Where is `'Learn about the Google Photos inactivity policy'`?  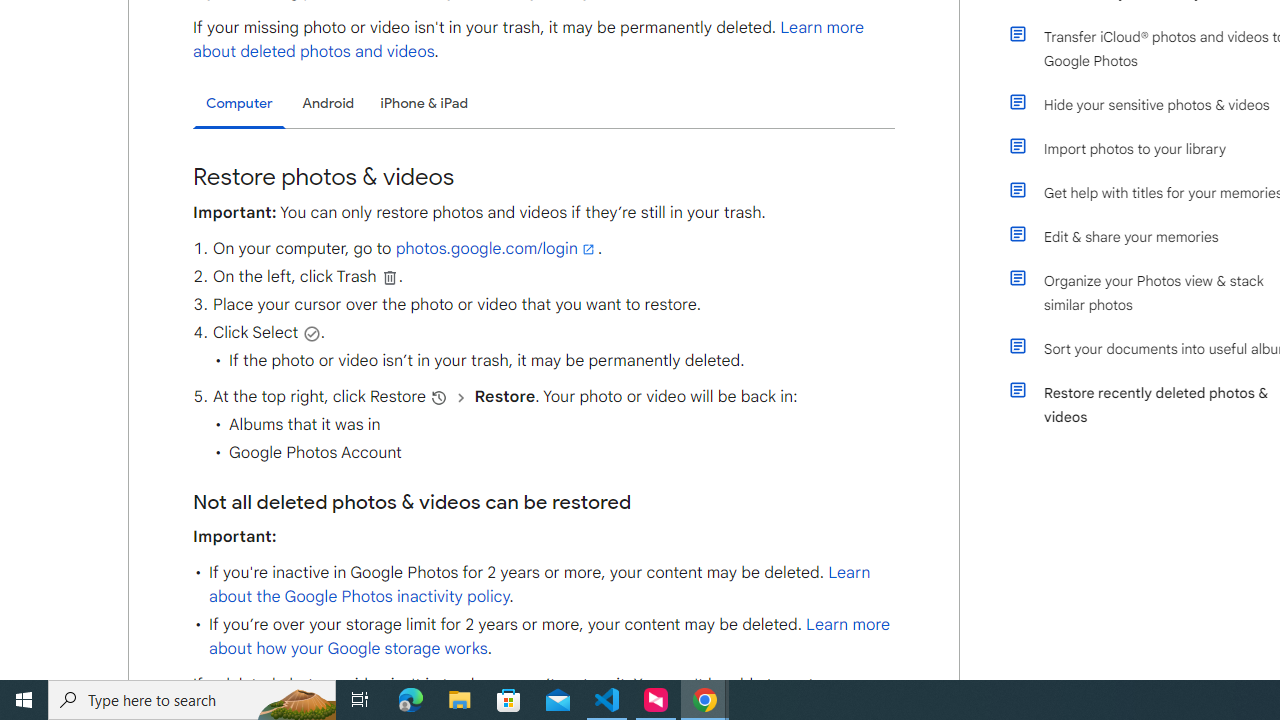
'Learn about the Google Photos inactivity policy' is located at coordinates (539, 585).